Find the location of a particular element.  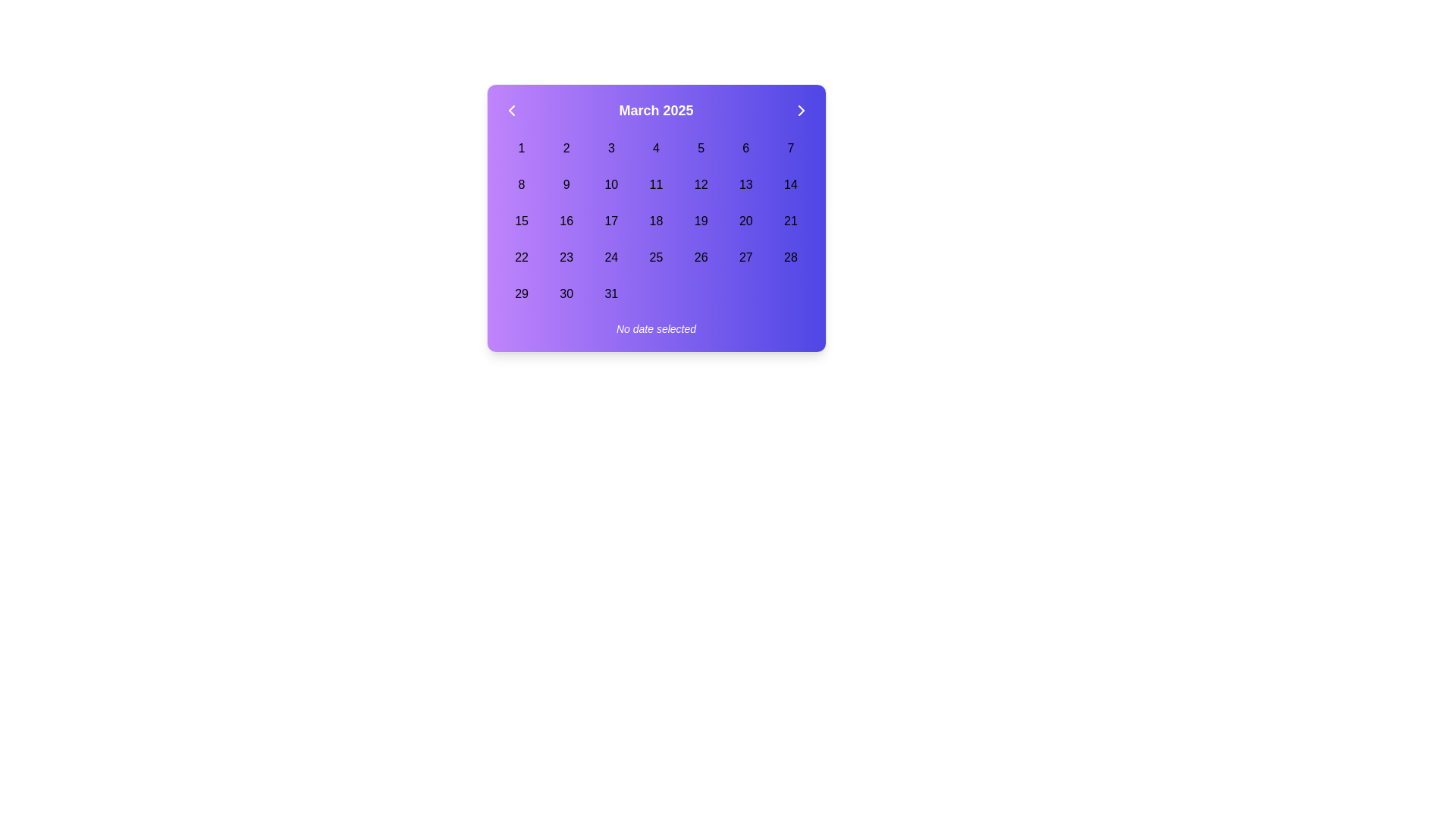

the text element representing the ninth day of March 2025 in the calendar view is located at coordinates (566, 184).